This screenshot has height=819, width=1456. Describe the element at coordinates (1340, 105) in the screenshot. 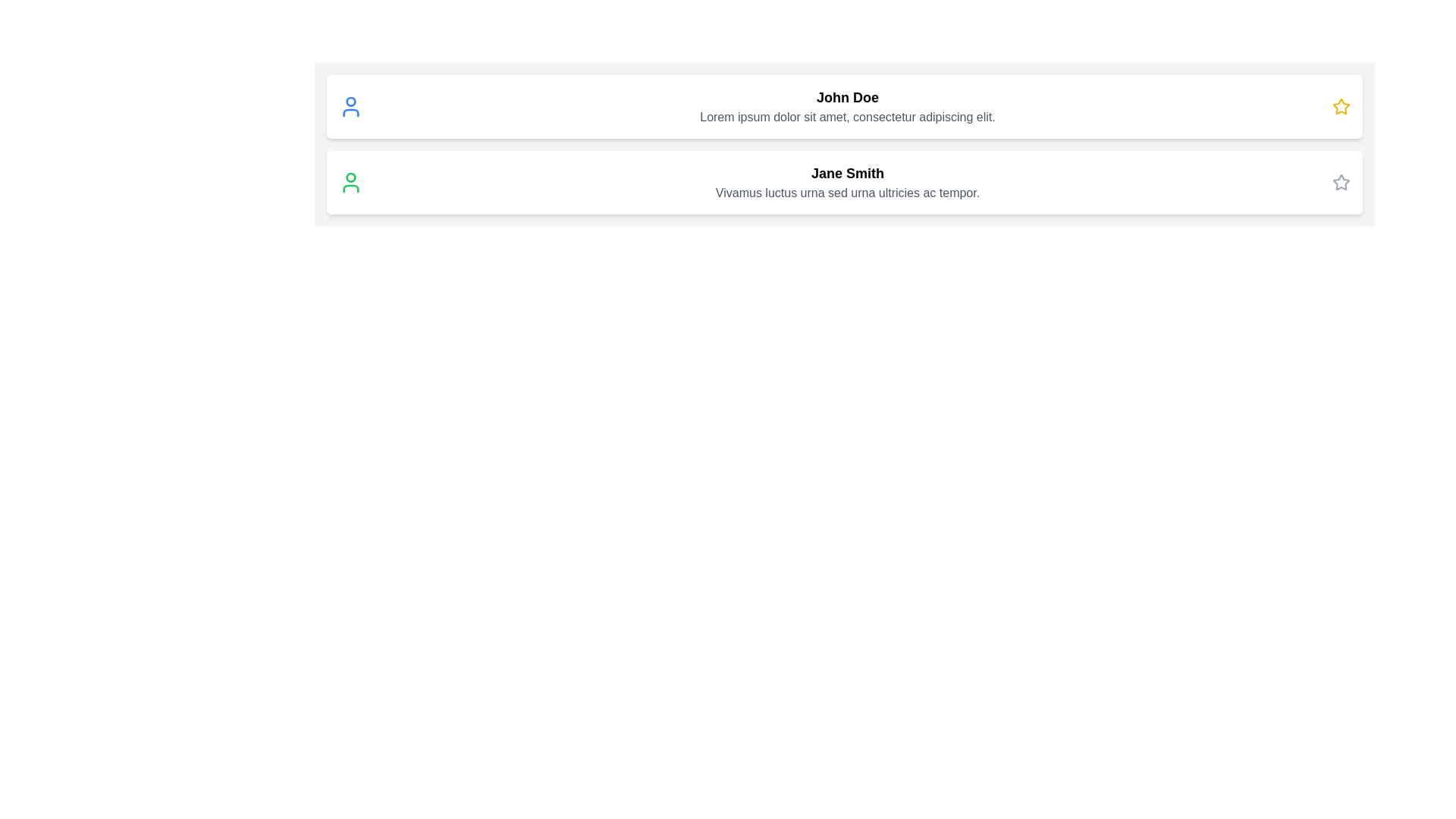

I see `the status indicator icon located at the far right of the second row` at that location.